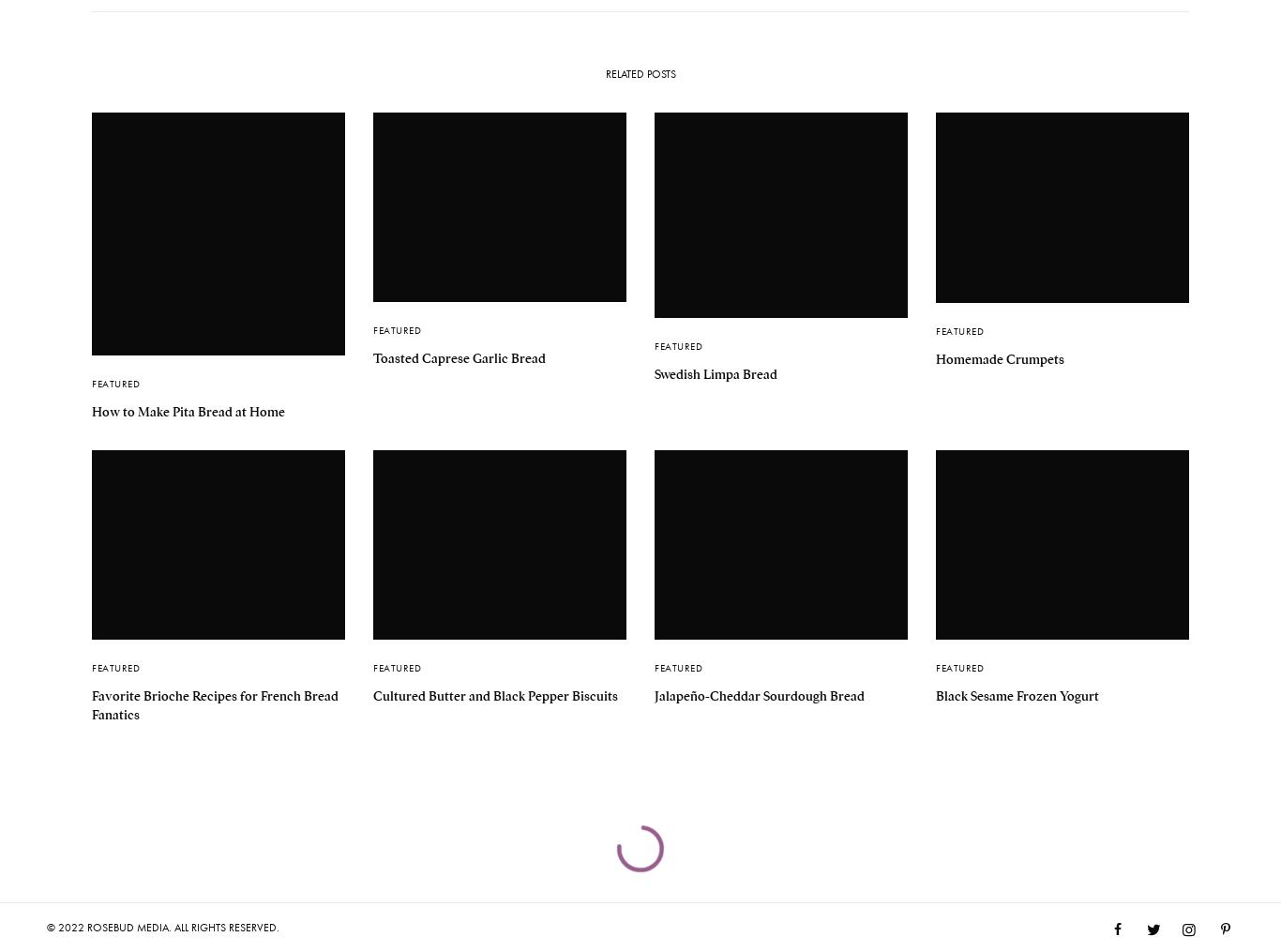  What do you see at coordinates (655, 693) in the screenshot?
I see `'Jalapeño-Cheddar Sourdough Bread'` at bounding box center [655, 693].